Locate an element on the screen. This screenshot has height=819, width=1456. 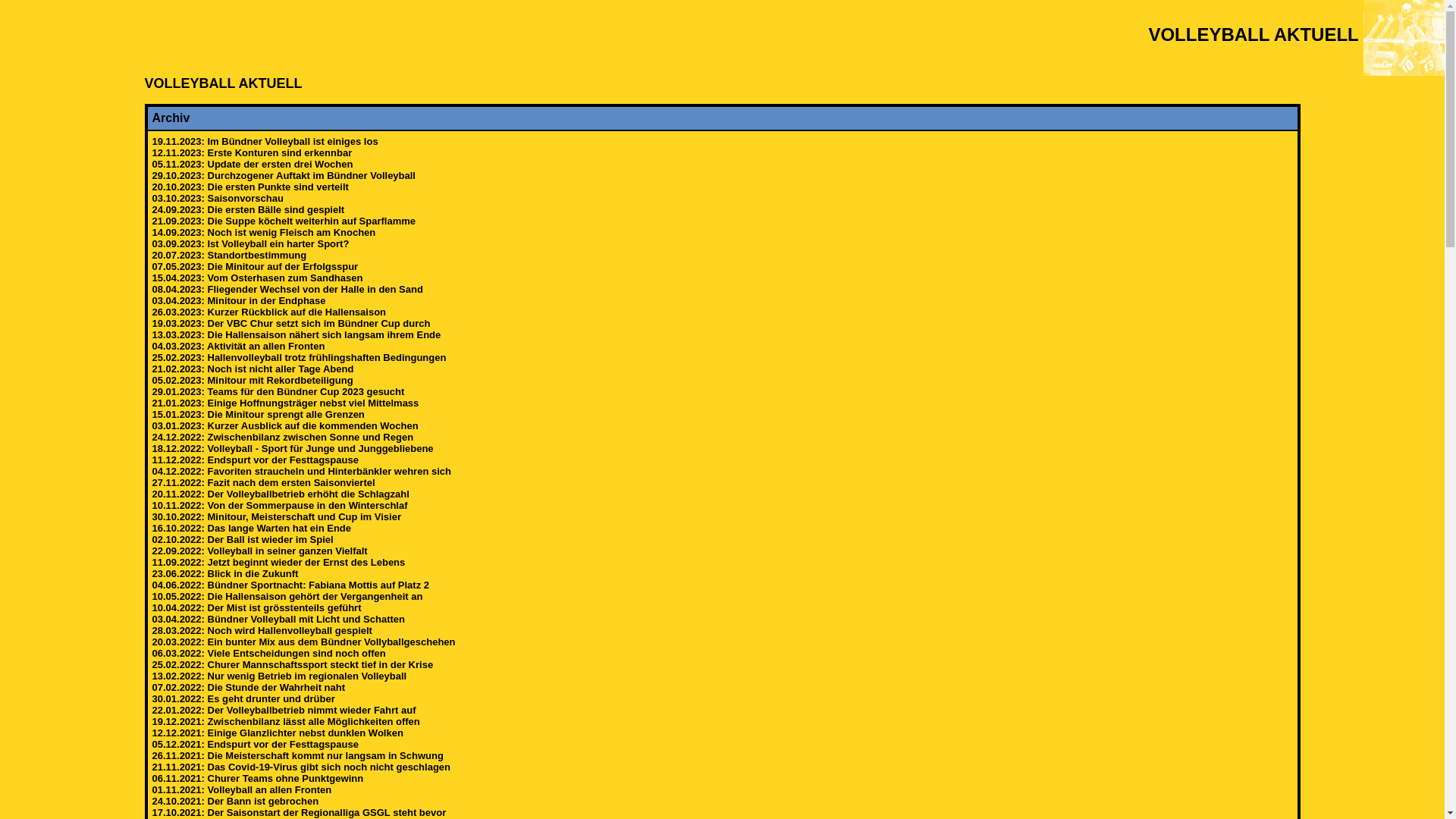
'11.12.2022: Endspurt vor der Festtagspause' is located at coordinates (255, 459).